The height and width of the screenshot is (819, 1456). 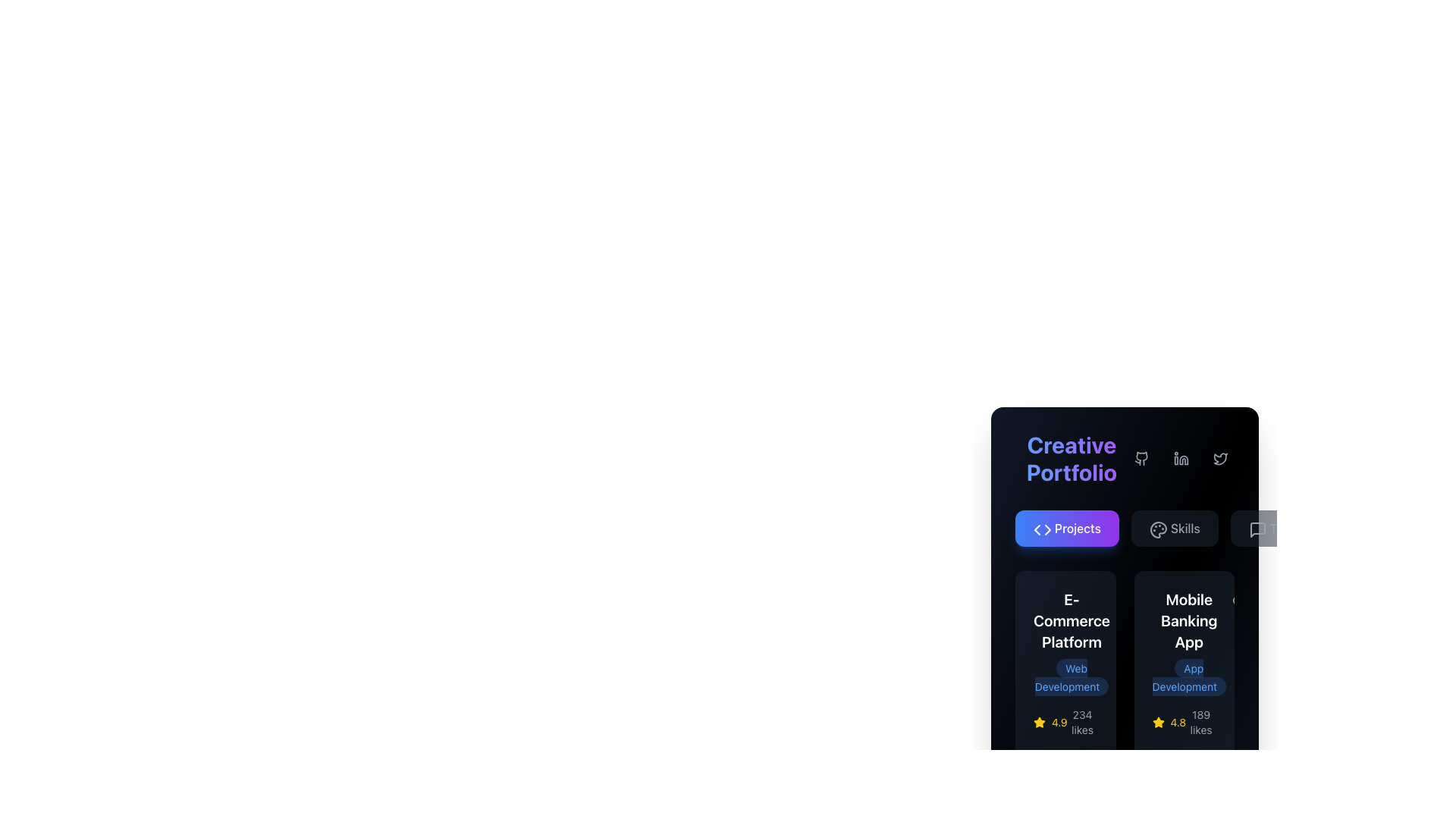 What do you see at coordinates (1183, 721) in the screenshot?
I see `rating and like count displayed by the star icon and text in the rating display of the 'Mobile Banking App' card, which is the second card in a horizontal list` at bounding box center [1183, 721].